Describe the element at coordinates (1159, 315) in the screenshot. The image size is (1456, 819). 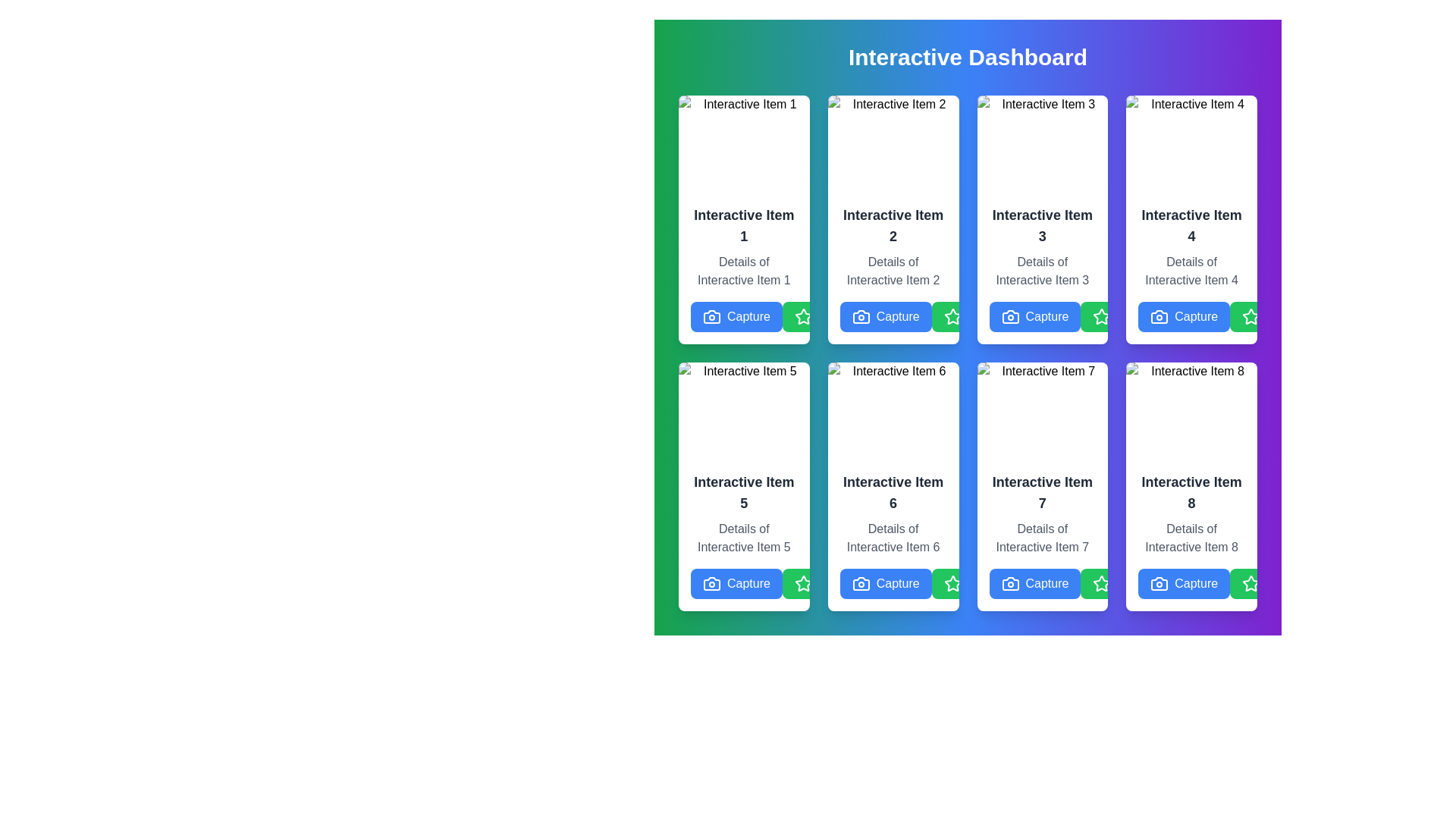
I see `the 'Capture' button, which features a flat, minimalistic camera icon on a blue background, located in the bottom-right corner of the button grid` at that location.